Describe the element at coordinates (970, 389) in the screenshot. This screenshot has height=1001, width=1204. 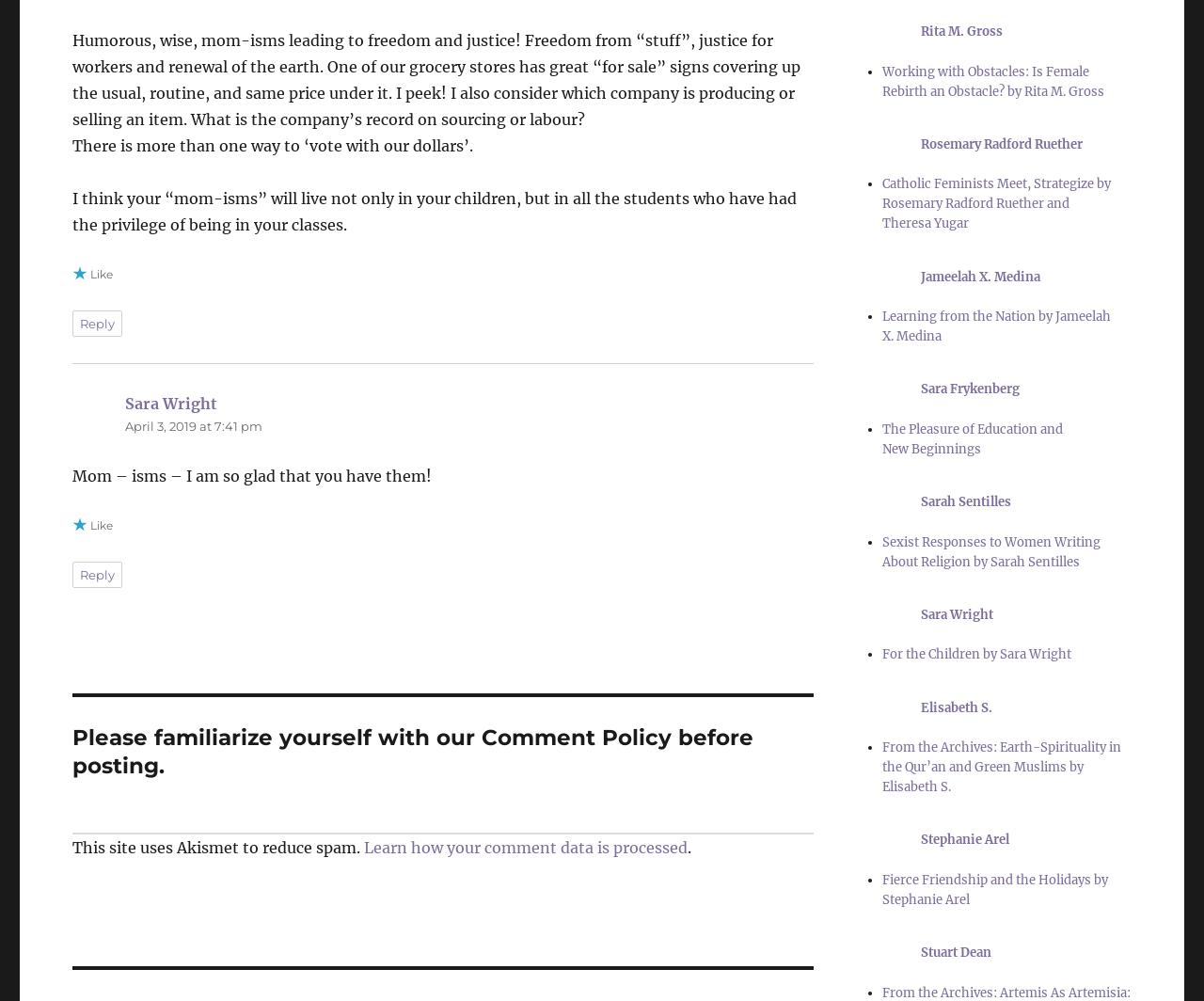
I see `'Sara Frykenberg'` at that location.